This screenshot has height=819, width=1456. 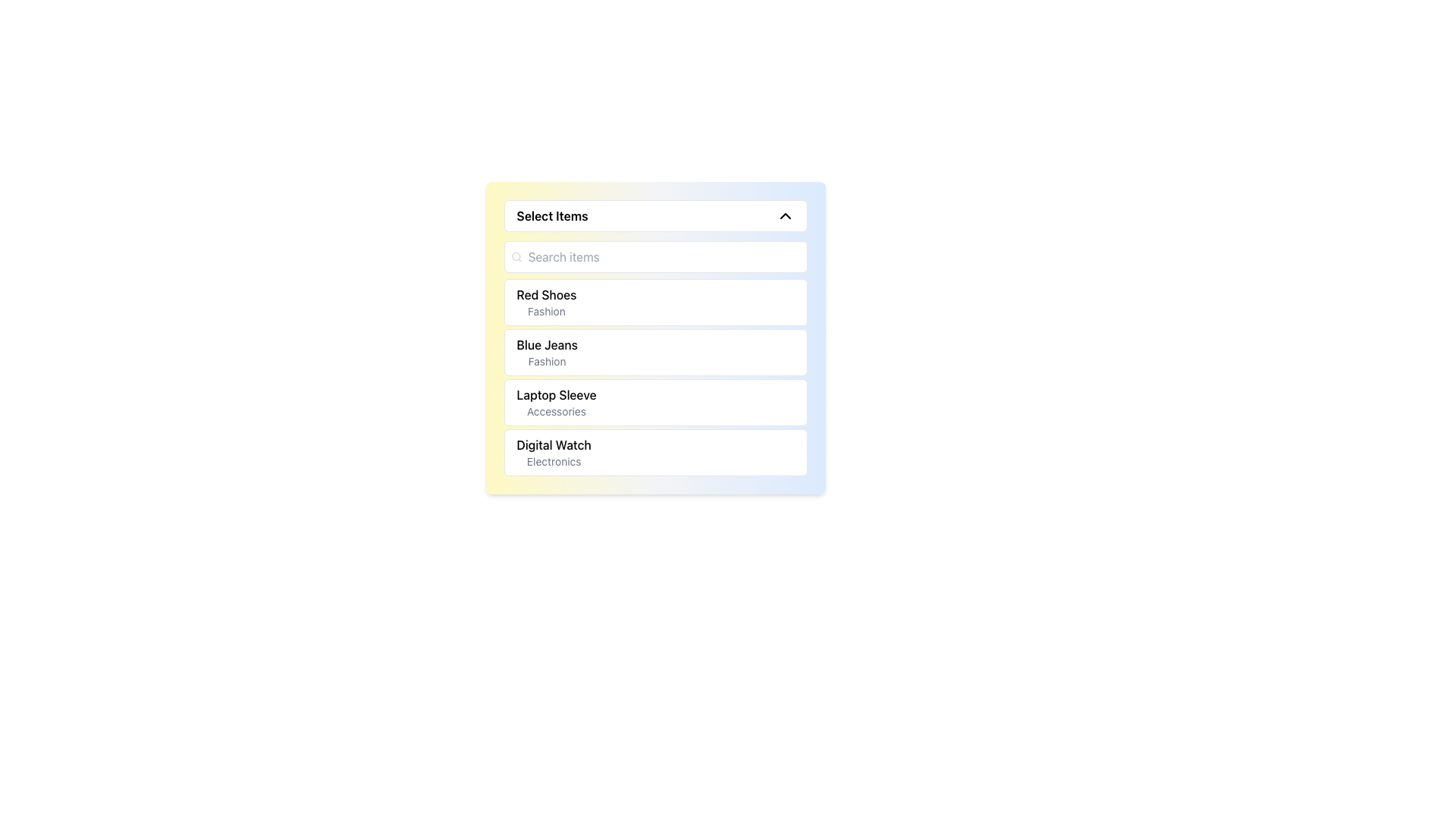 I want to click on the text label that serves as a title for the dropdown or selection list, located at the top-left corner above the search bar icon and to the left of the chevron icon, so click(x=551, y=216).